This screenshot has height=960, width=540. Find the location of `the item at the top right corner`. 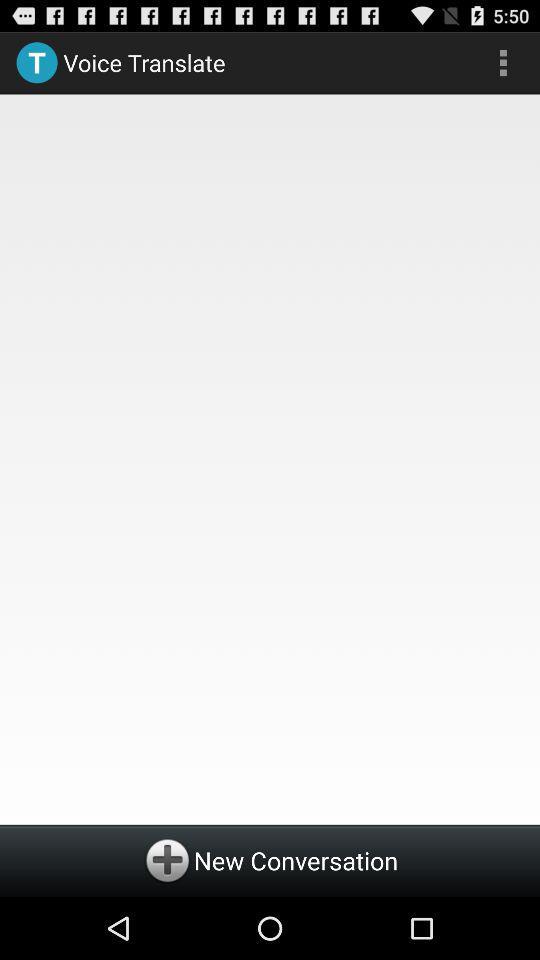

the item at the top right corner is located at coordinates (502, 62).